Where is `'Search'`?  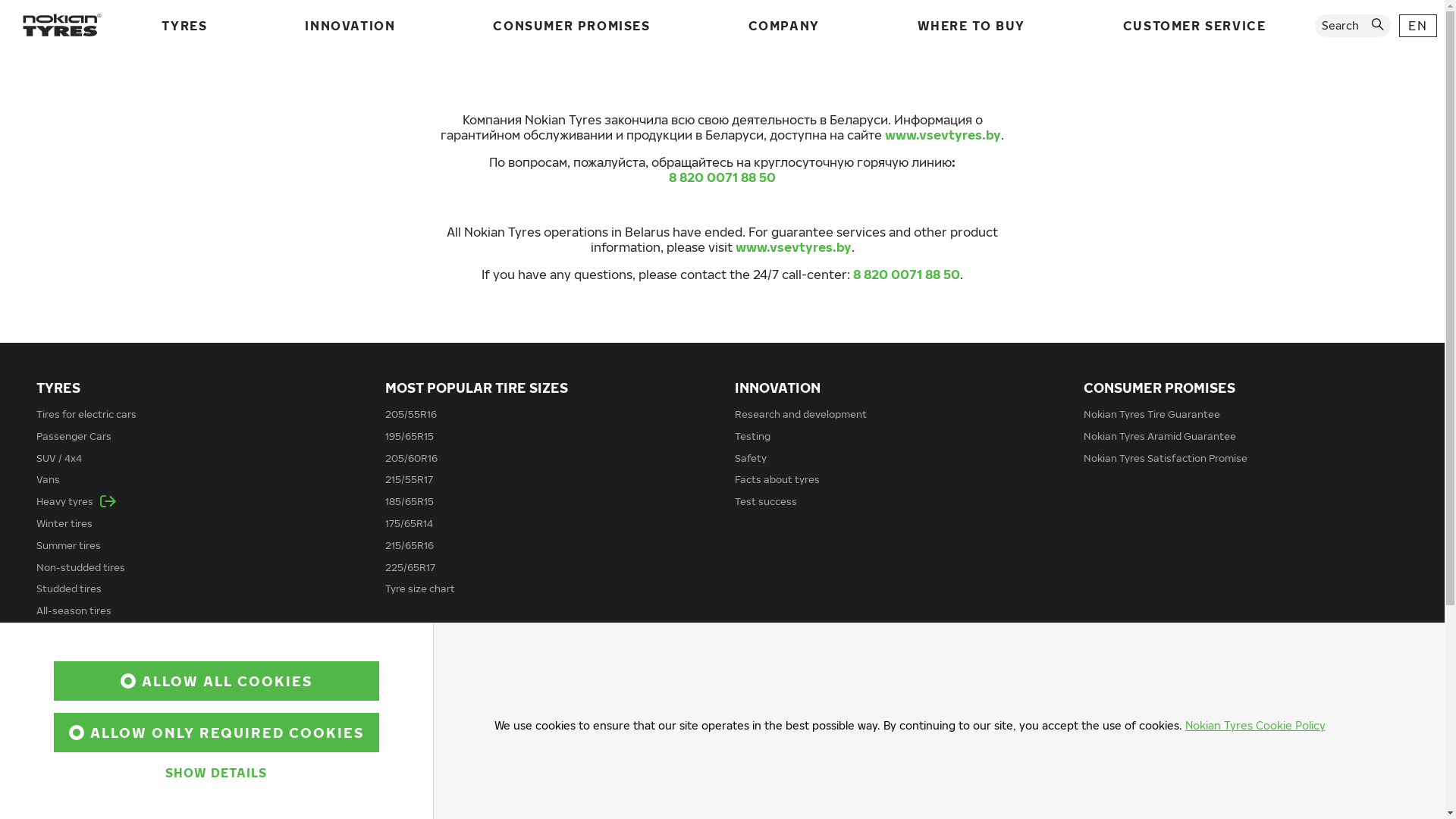 'Search' is located at coordinates (1313, 26).